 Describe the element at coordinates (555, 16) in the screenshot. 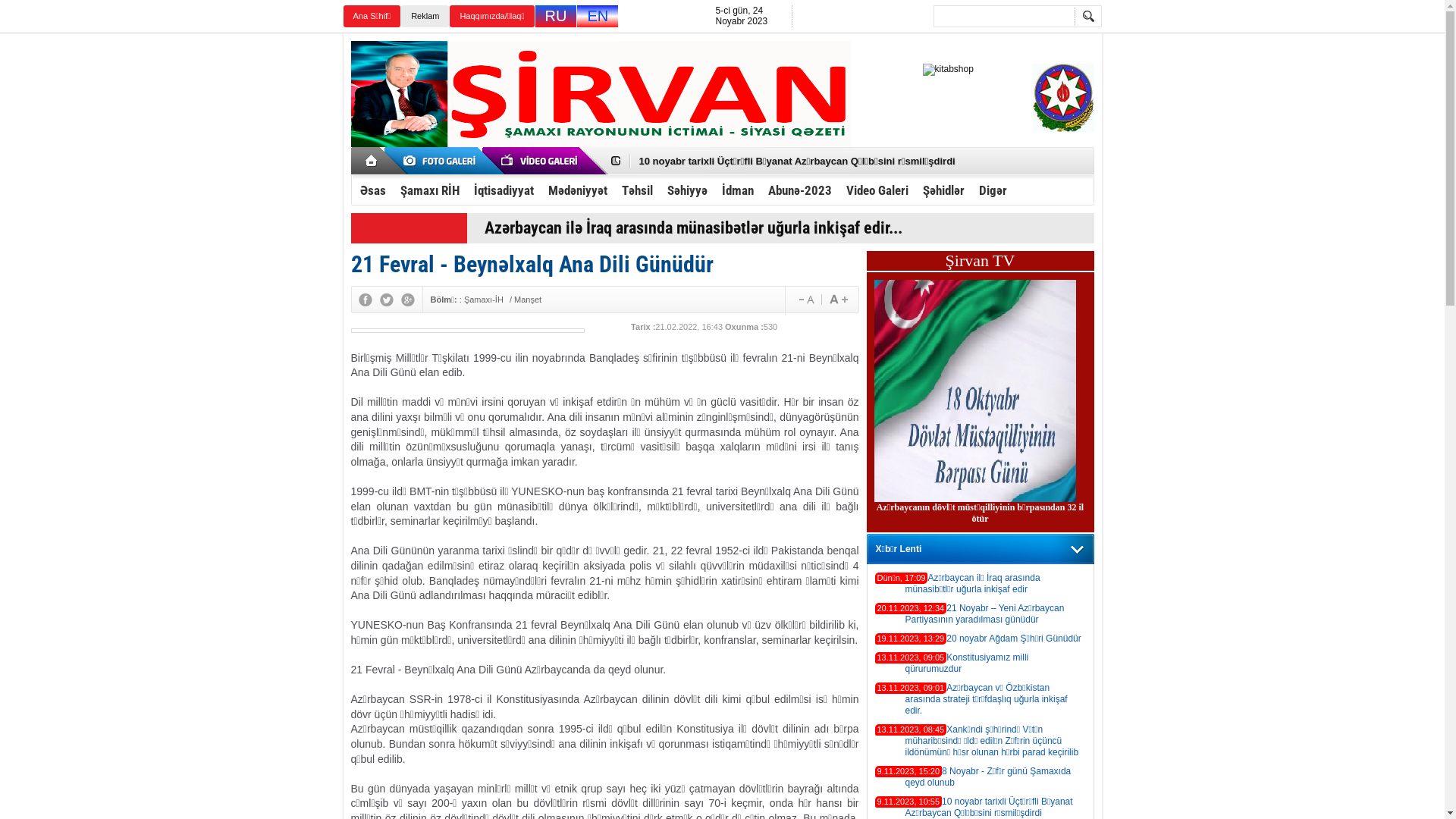

I see `'RU'` at that location.